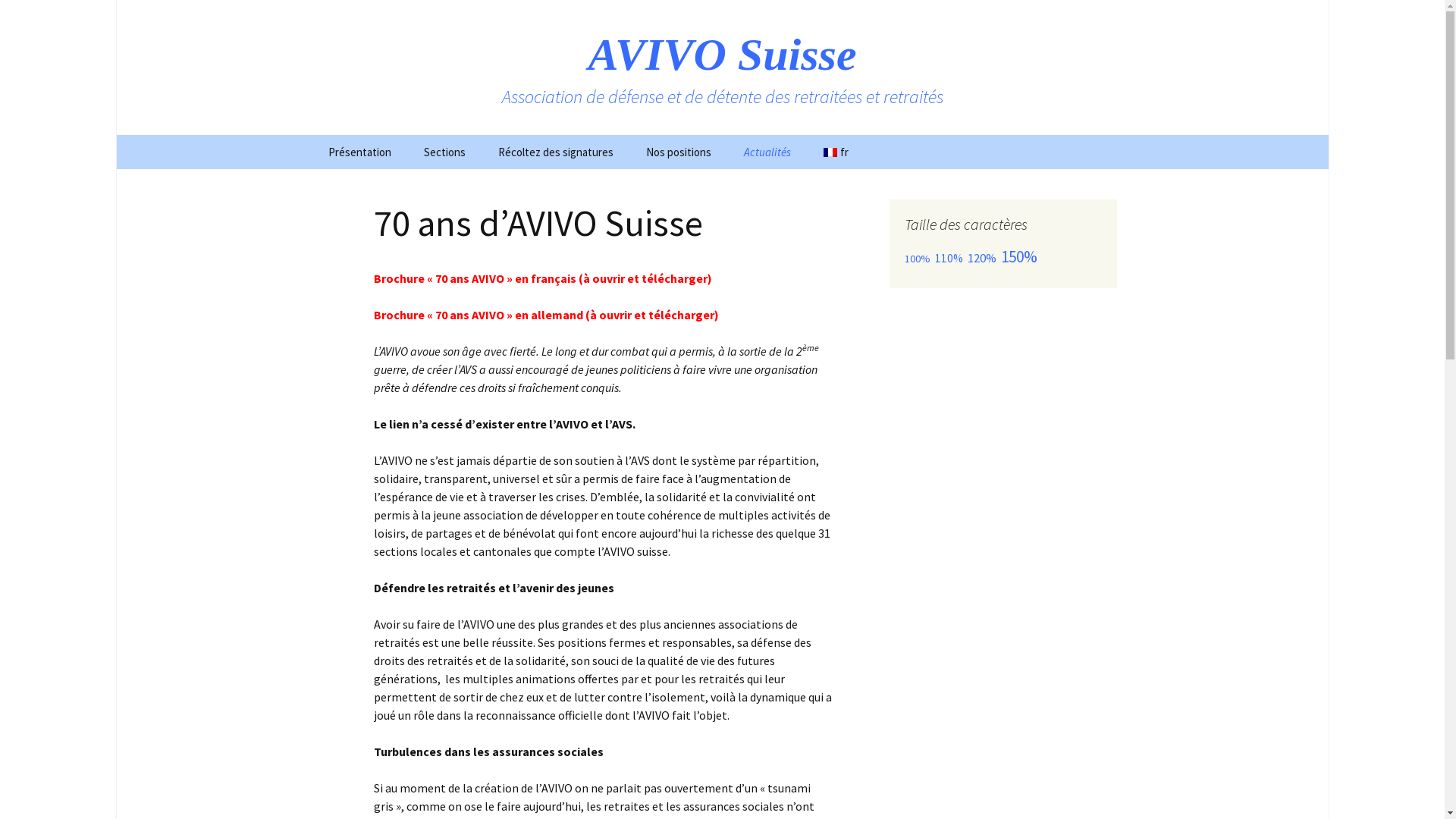  I want to click on 'Sections', so click(443, 152).